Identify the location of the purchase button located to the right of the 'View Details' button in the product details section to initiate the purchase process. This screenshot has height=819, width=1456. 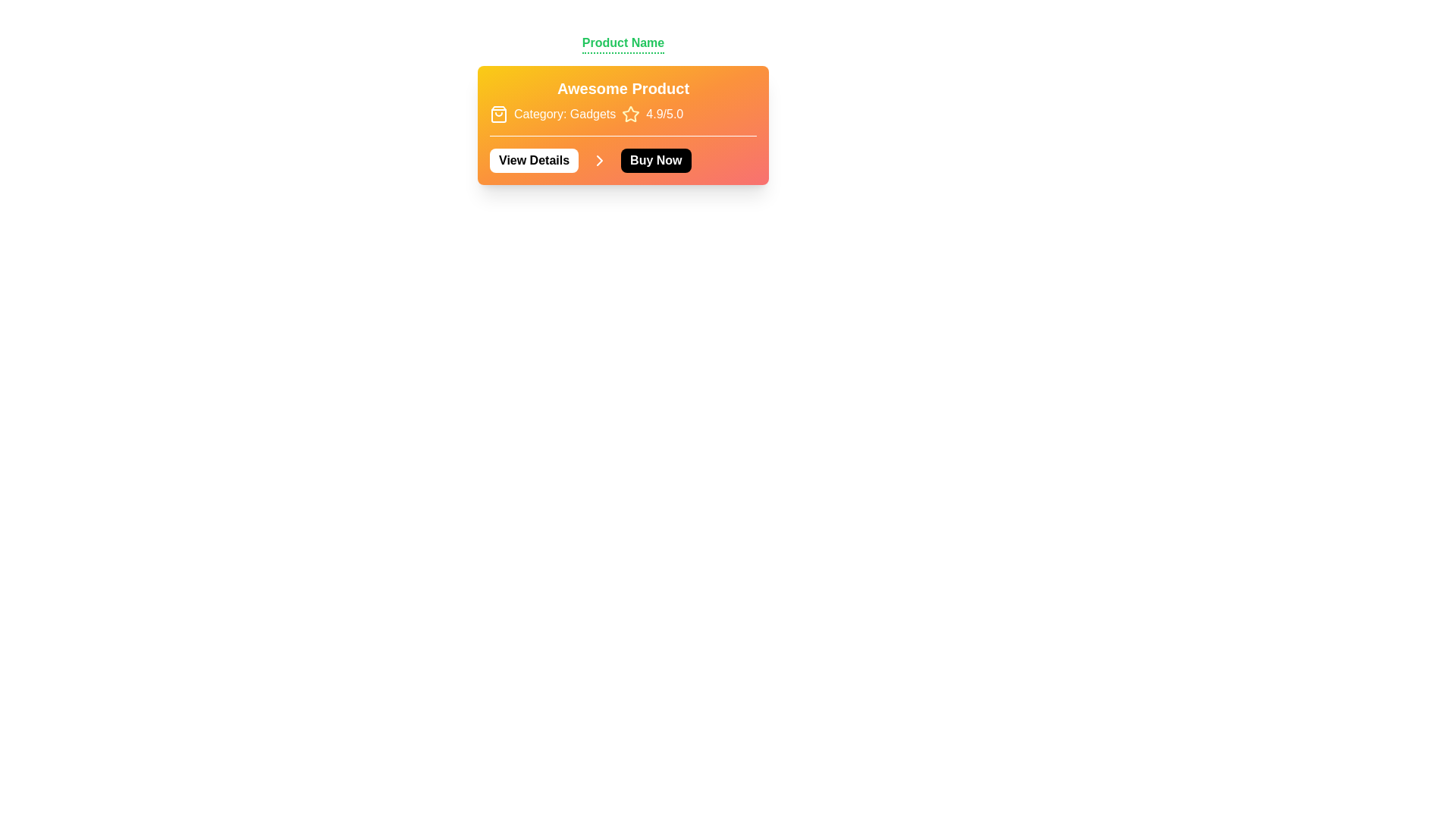
(623, 154).